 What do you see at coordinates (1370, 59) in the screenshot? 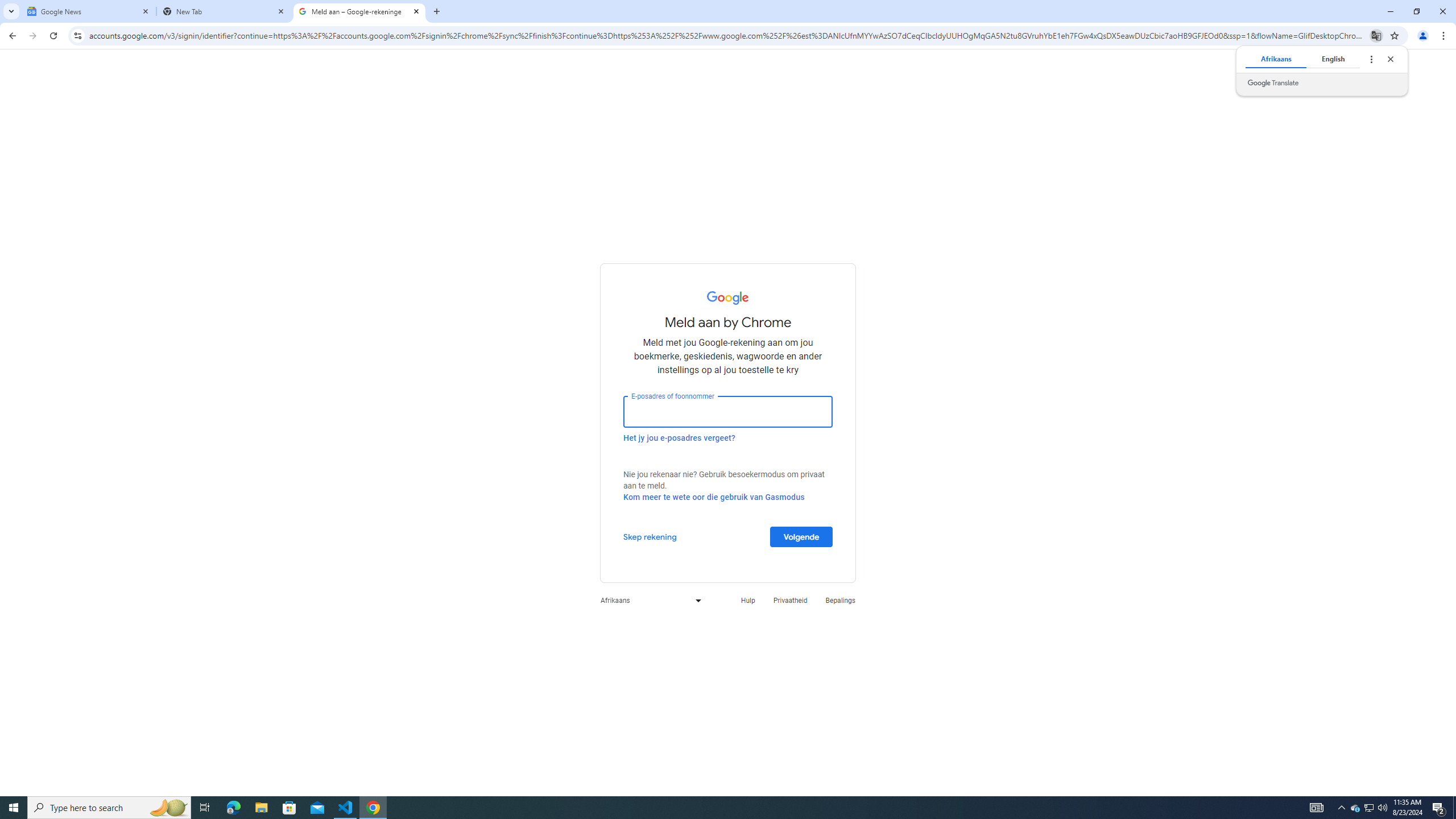
I see `'Translate options'` at bounding box center [1370, 59].